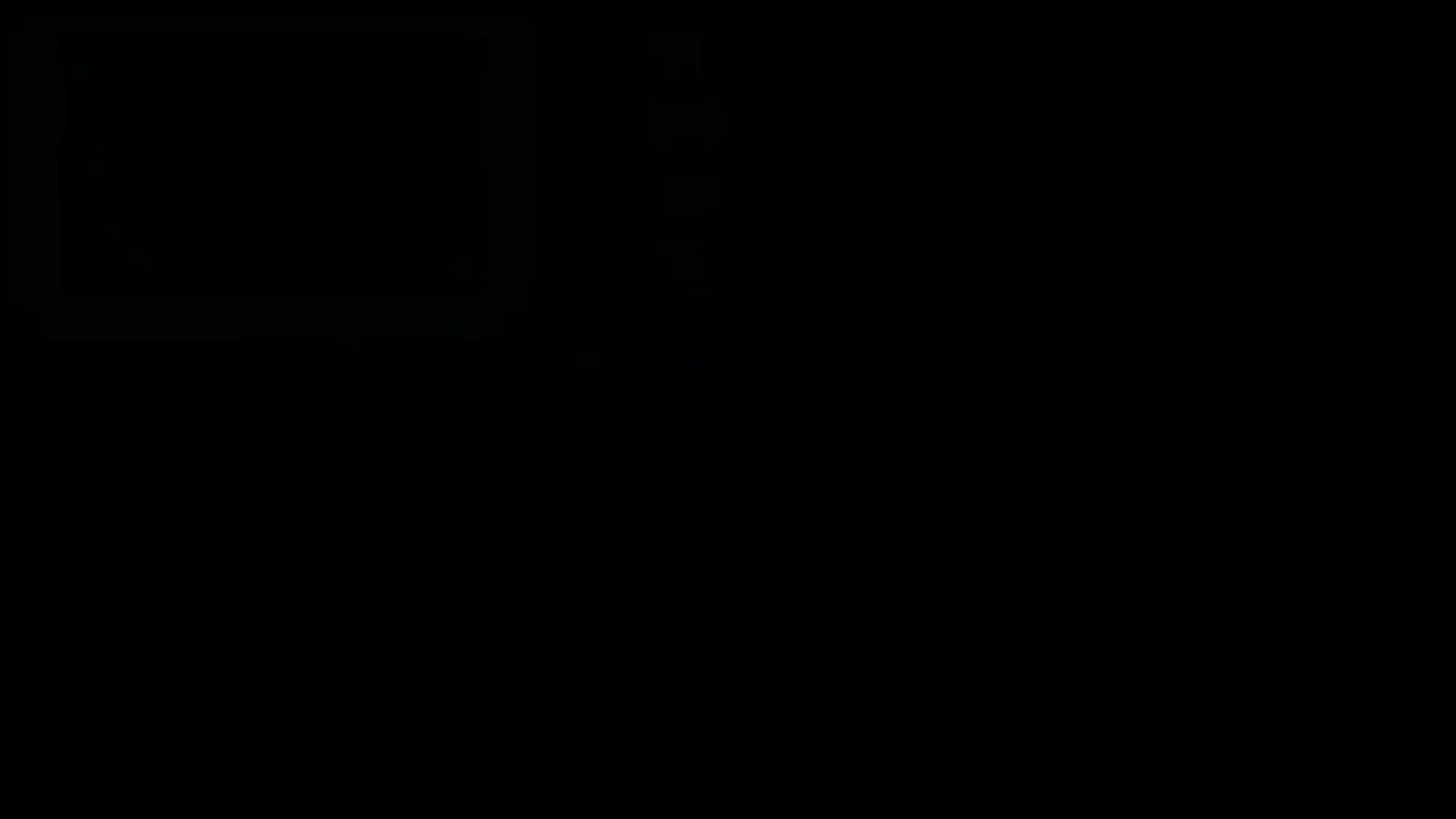 This screenshot has height=819, width=1456. Describe the element at coordinates (585, 291) in the screenshot. I see `VOL +` at that location.